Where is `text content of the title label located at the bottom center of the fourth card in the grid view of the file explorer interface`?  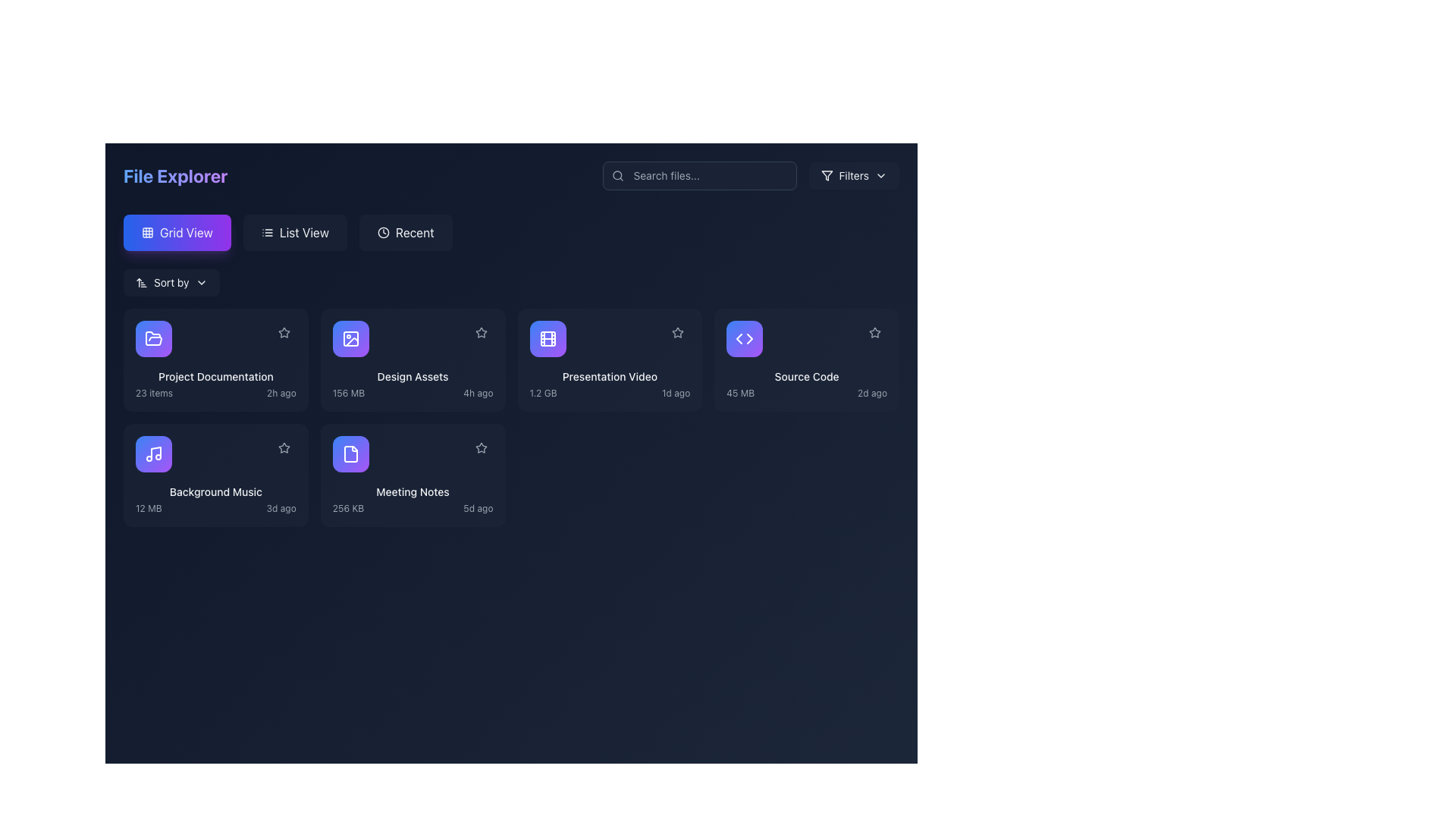 text content of the title label located at the bottom center of the fourth card in the grid view of the file explorer interface is located at coordinates (806, 376).